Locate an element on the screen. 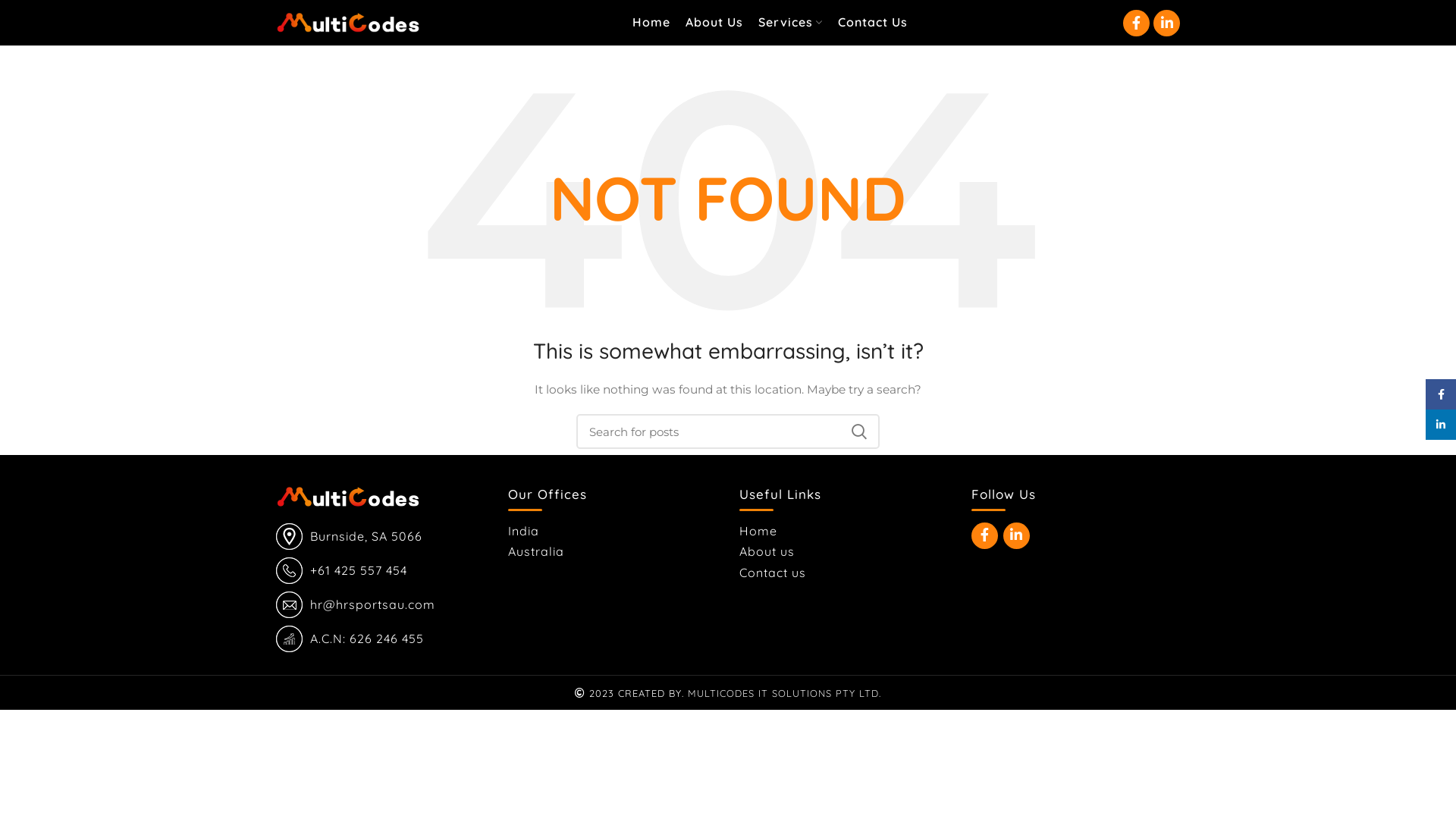 This screenshot has width=1456, height=819. 'About Us' is located at coordinates (713, 23).